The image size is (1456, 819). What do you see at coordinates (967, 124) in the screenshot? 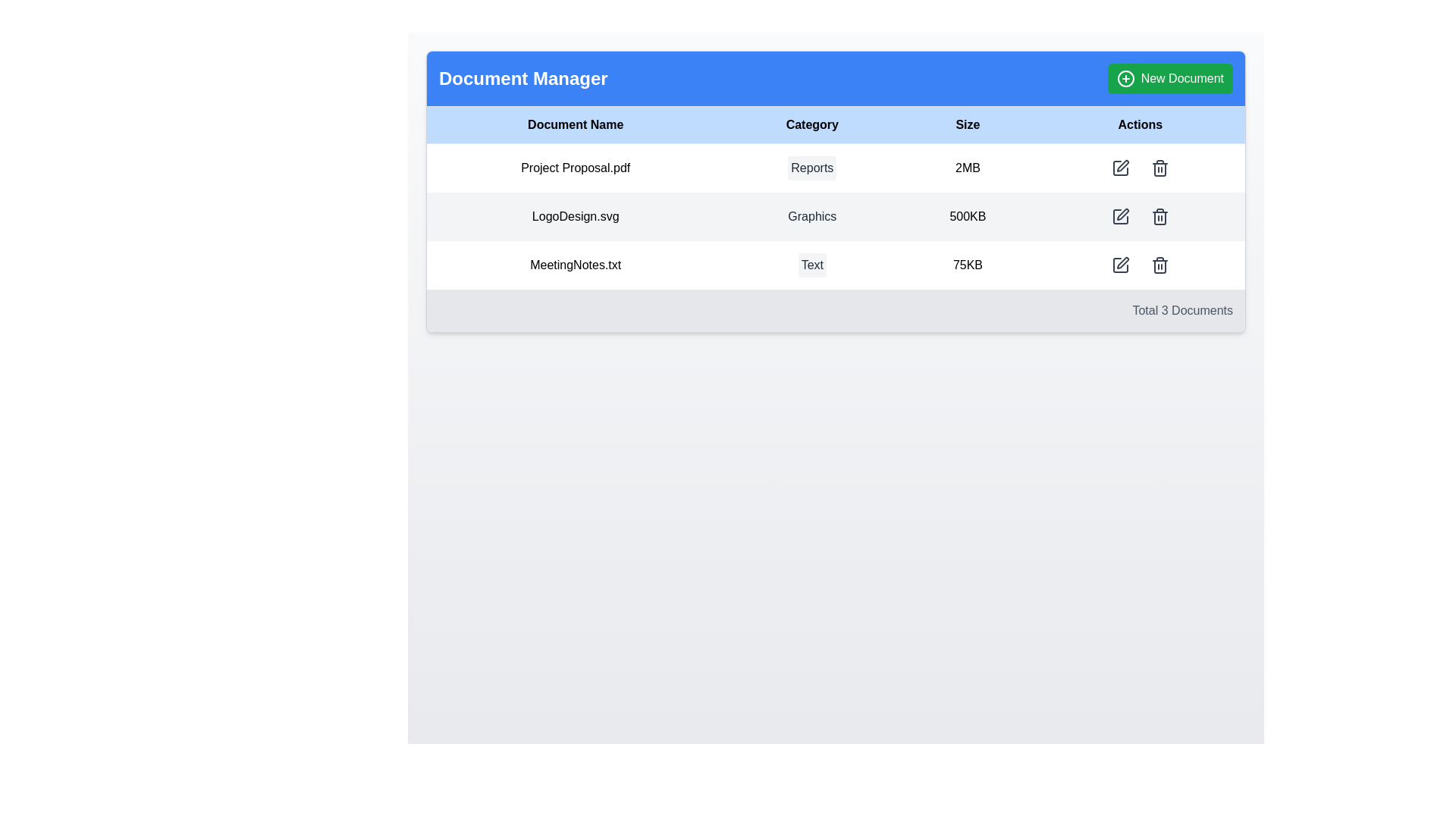
I see `the 'Size' text label, which is a bold black text on a light blue background, centrally aligned in the header row of a table, located between 'Category' and 'Actions'` at bounding box center [967, 124].